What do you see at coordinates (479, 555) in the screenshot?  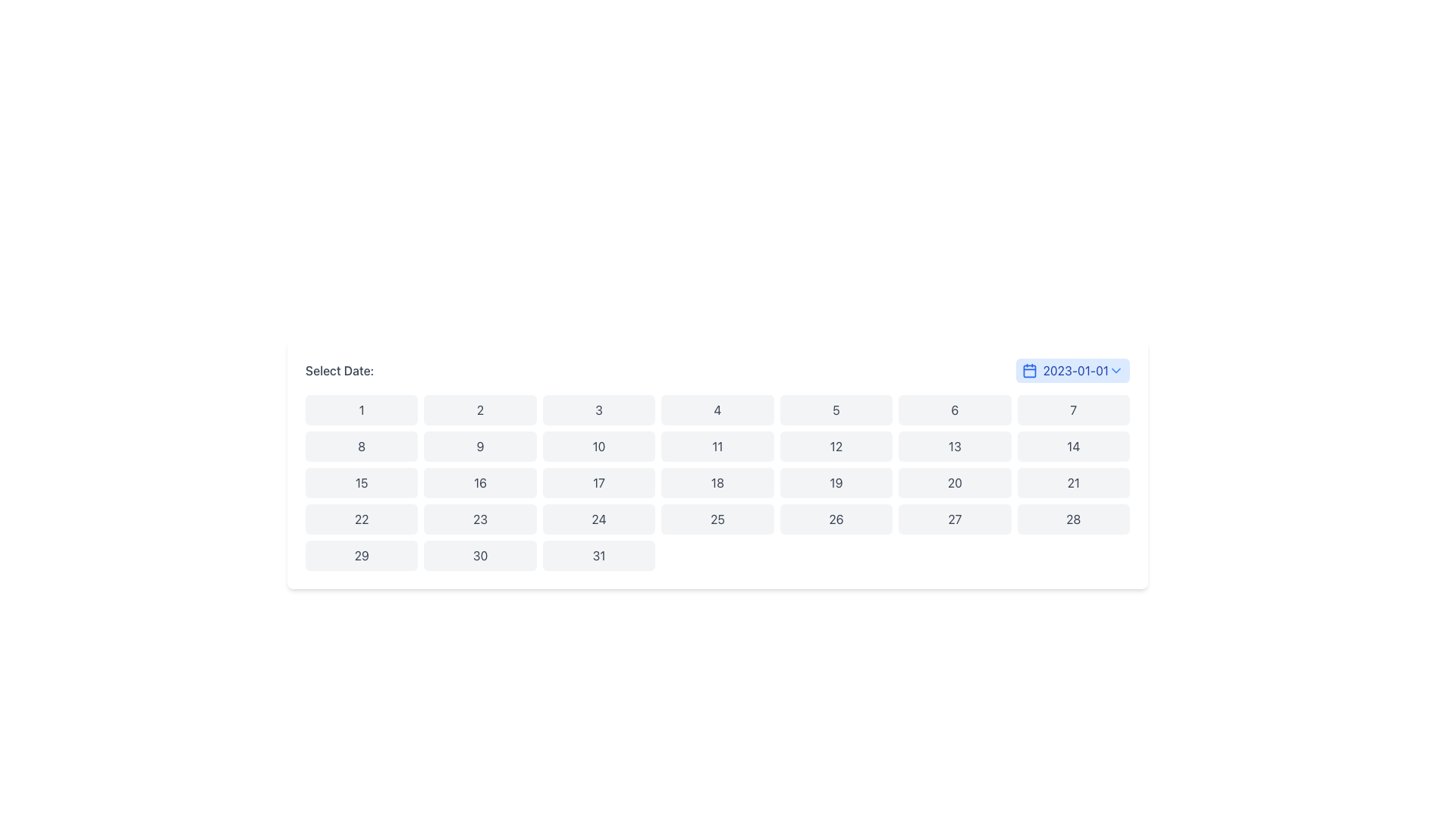 I see `the button representing date '30' in a calendar interface` at bounding box center [479, 555].